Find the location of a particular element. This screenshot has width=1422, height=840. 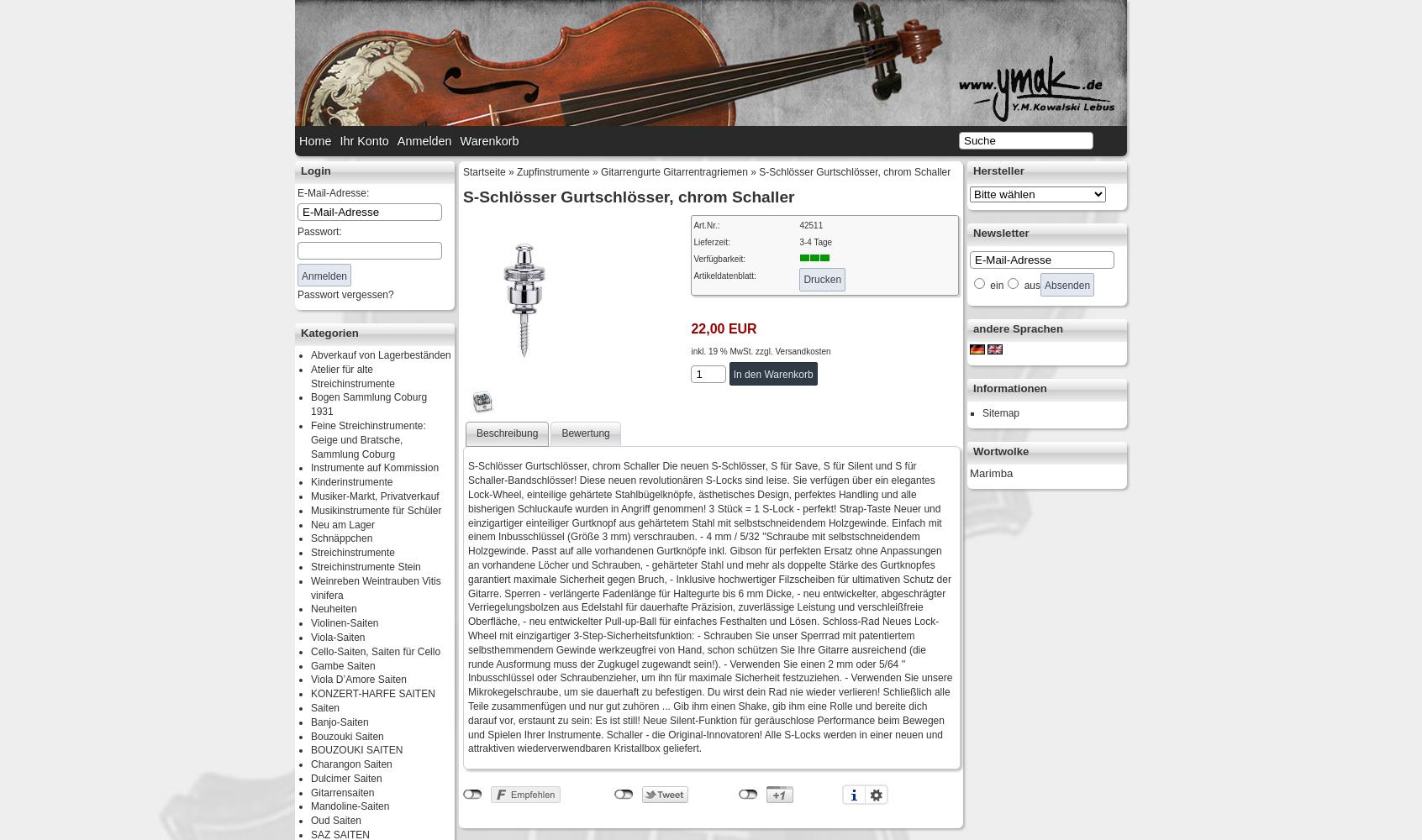

'Viola D’Amore Saiten' is located at coordinates (357, 680).